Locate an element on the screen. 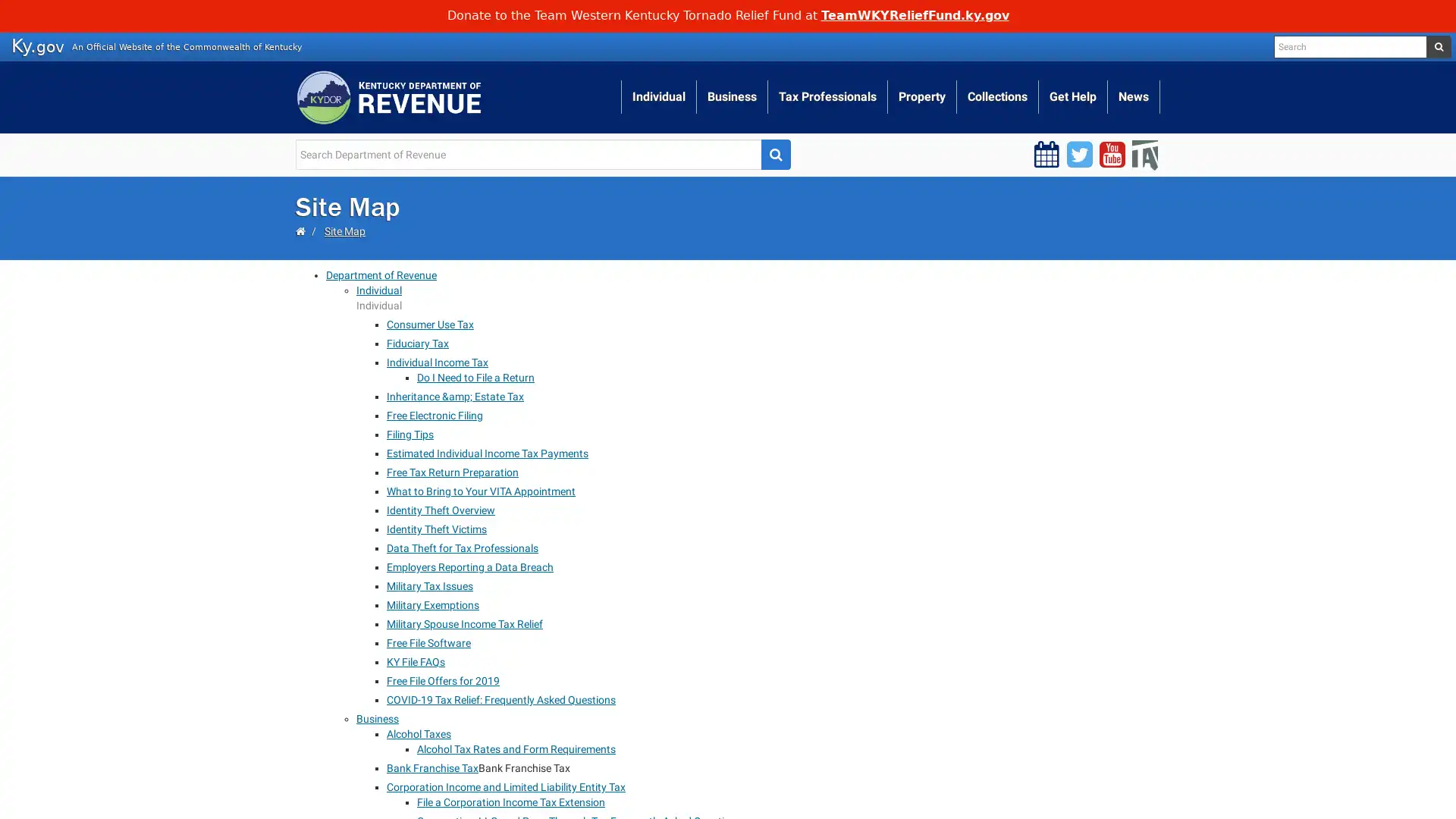 The width and height of the screenshot is (1456, 819). Search is located at coordinates (775, 154).